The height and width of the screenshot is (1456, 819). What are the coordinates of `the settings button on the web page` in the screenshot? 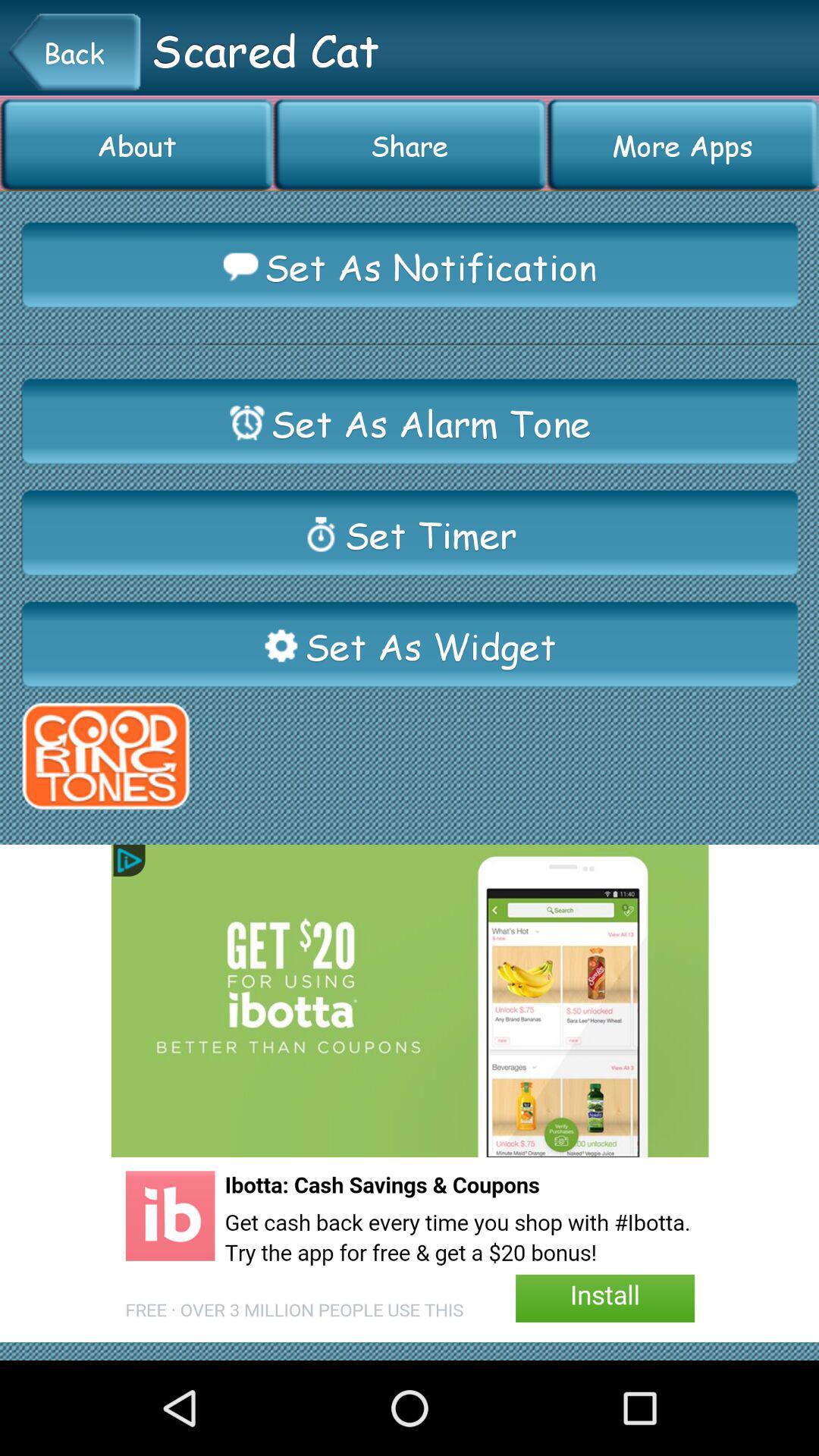 It's located at (281, 645).